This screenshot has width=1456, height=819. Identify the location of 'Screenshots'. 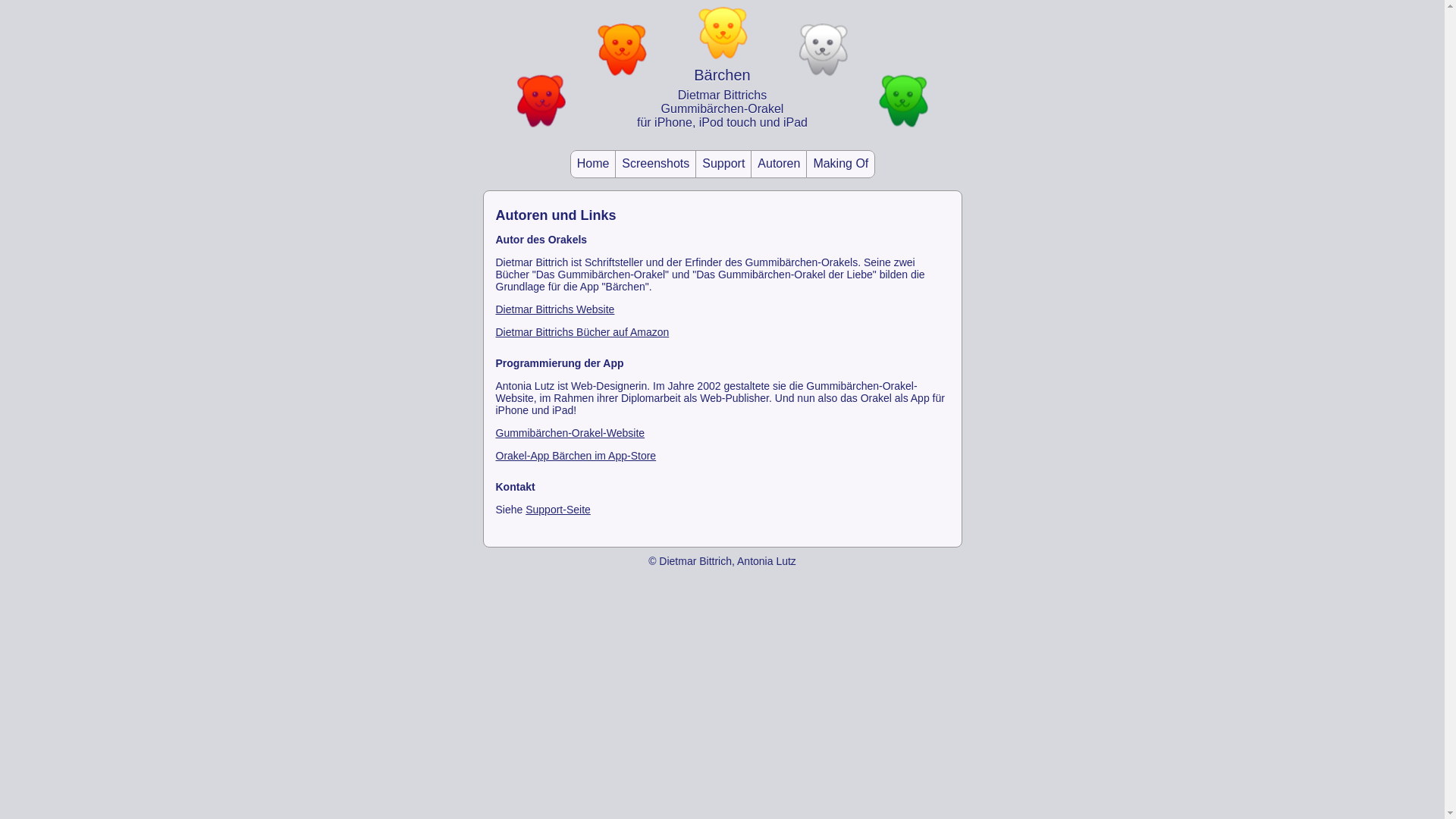
(655, 164).